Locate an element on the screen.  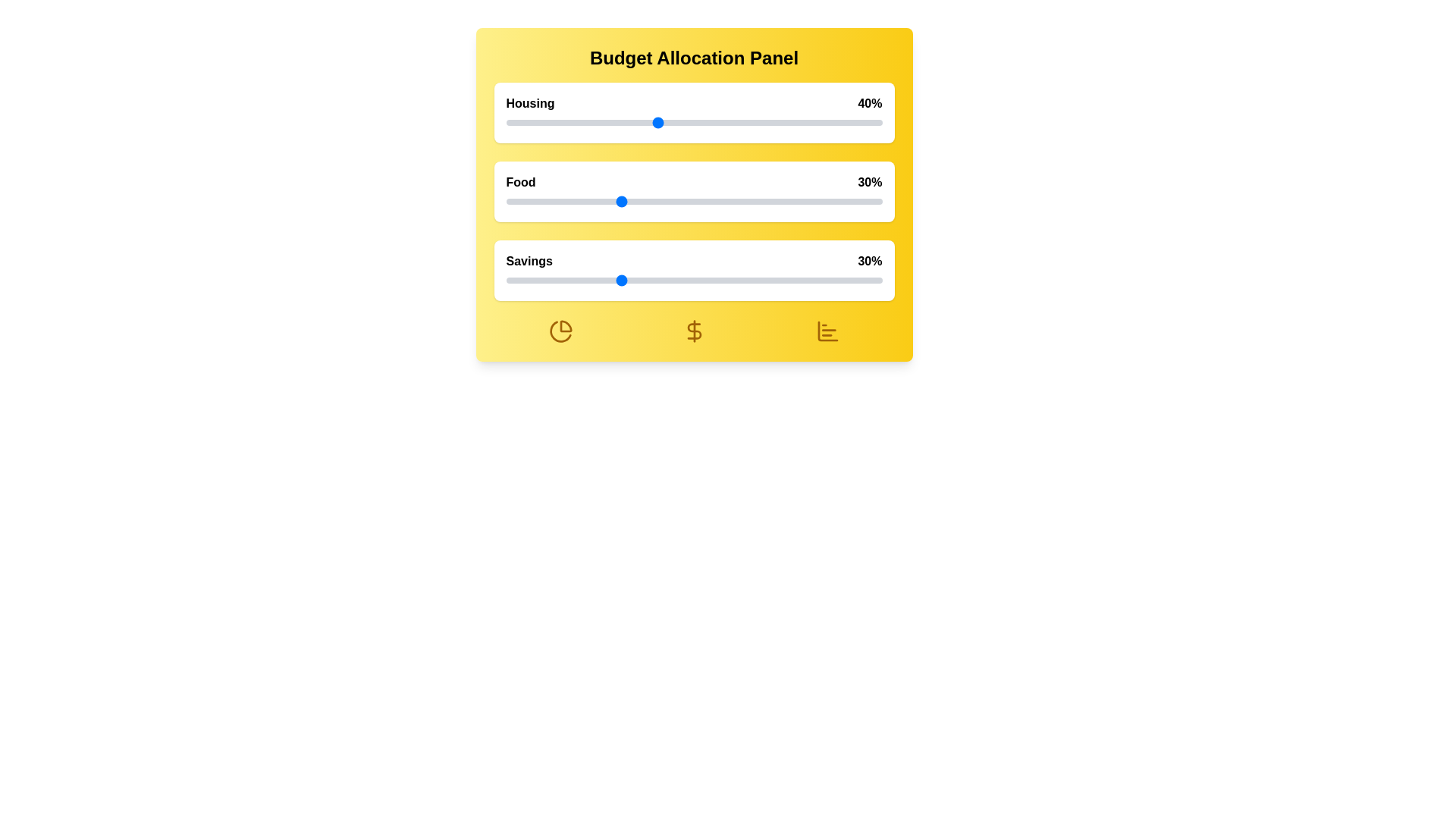
the allocation percentage for 'Food' is located at coordinates (607, 201).